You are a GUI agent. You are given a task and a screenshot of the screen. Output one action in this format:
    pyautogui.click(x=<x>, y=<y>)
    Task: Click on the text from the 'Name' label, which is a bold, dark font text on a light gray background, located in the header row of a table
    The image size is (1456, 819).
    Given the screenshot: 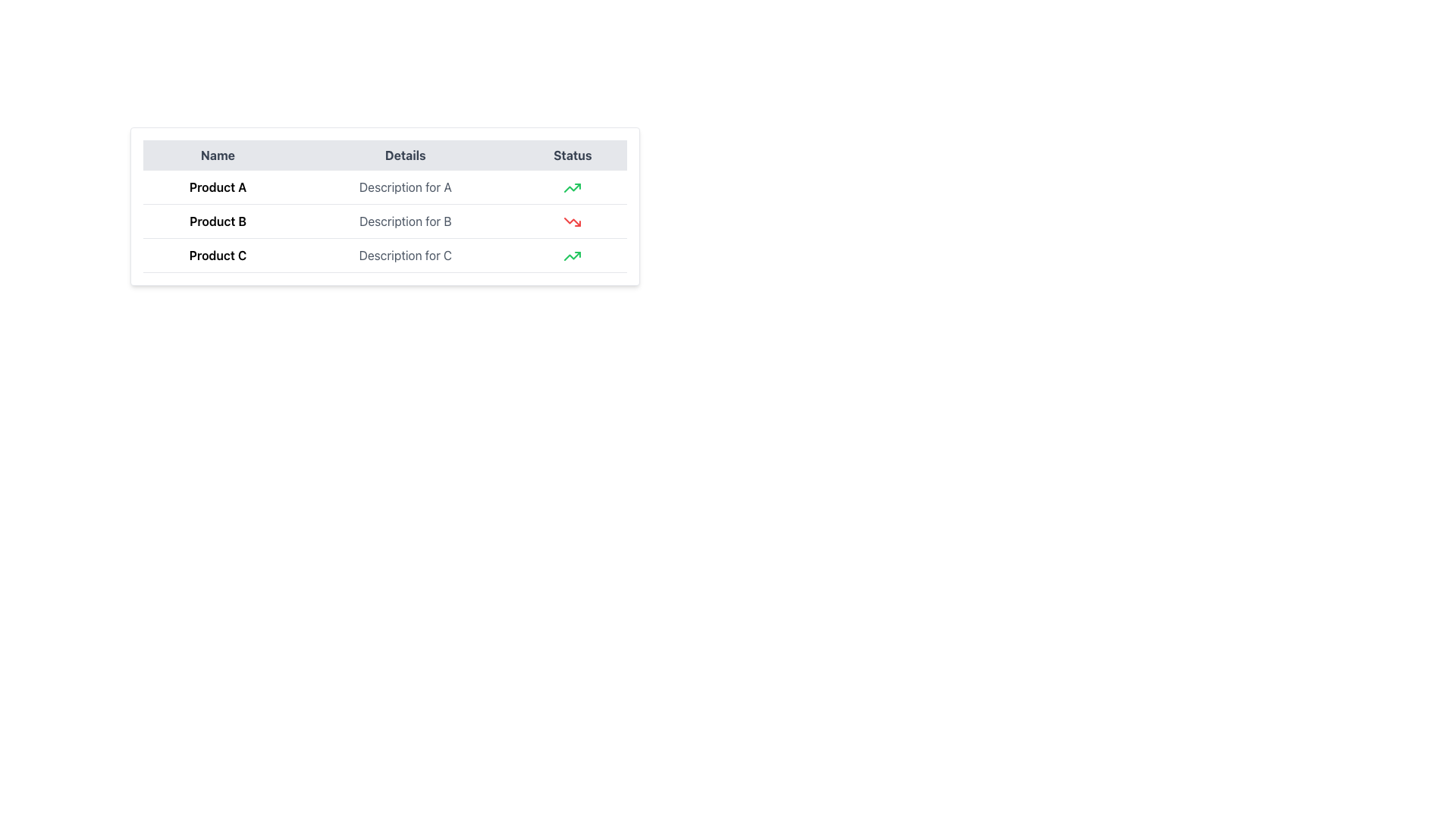 What is the action you would take?
    pyautogui.click(x=217, y=155)
    